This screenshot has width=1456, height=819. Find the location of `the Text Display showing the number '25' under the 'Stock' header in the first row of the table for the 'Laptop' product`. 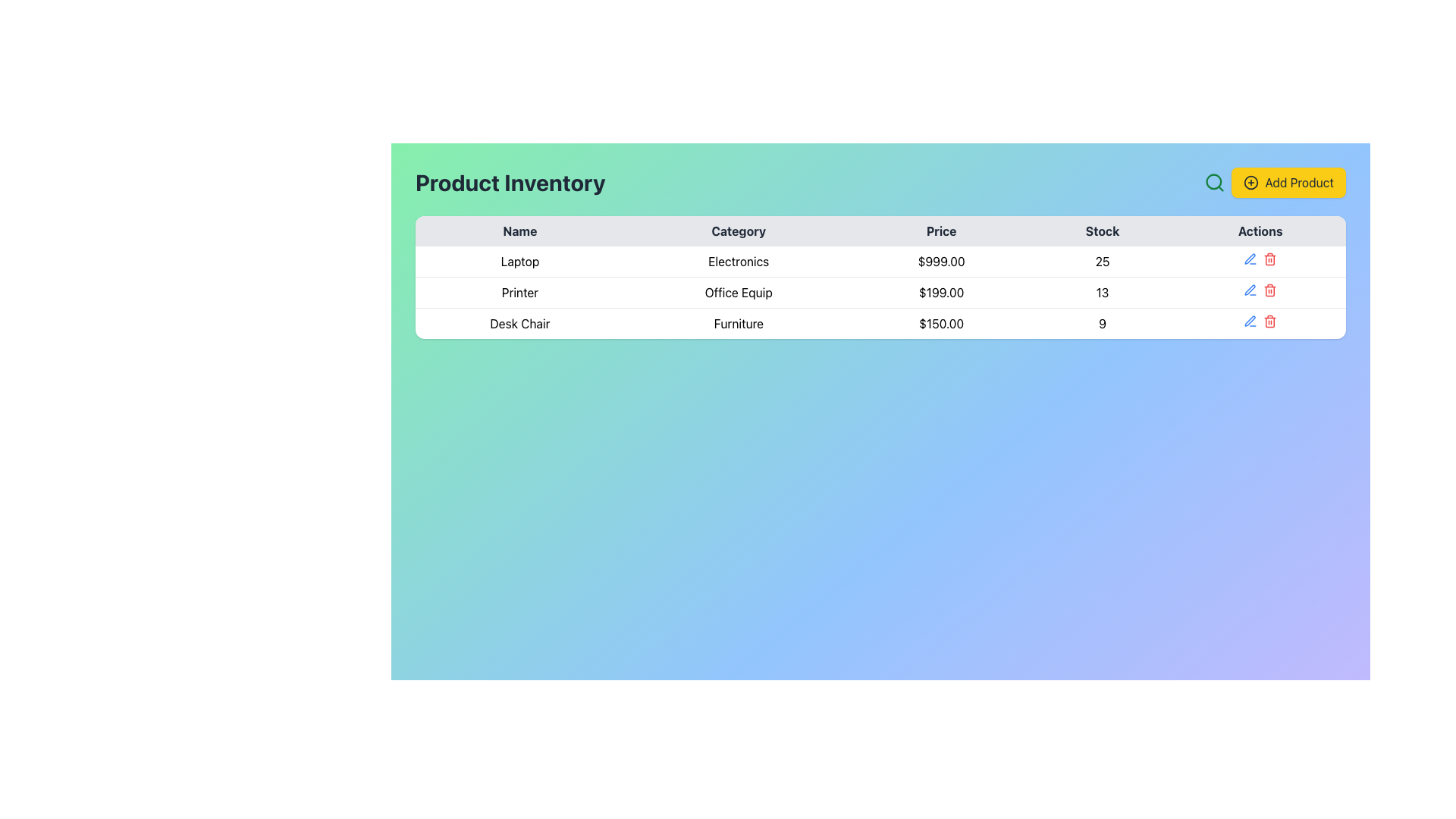

the Text Display showing the number '25' under the 'Stock' header in the first row of the table for the 'Laptop' product is located at coordinates (1103, 261).